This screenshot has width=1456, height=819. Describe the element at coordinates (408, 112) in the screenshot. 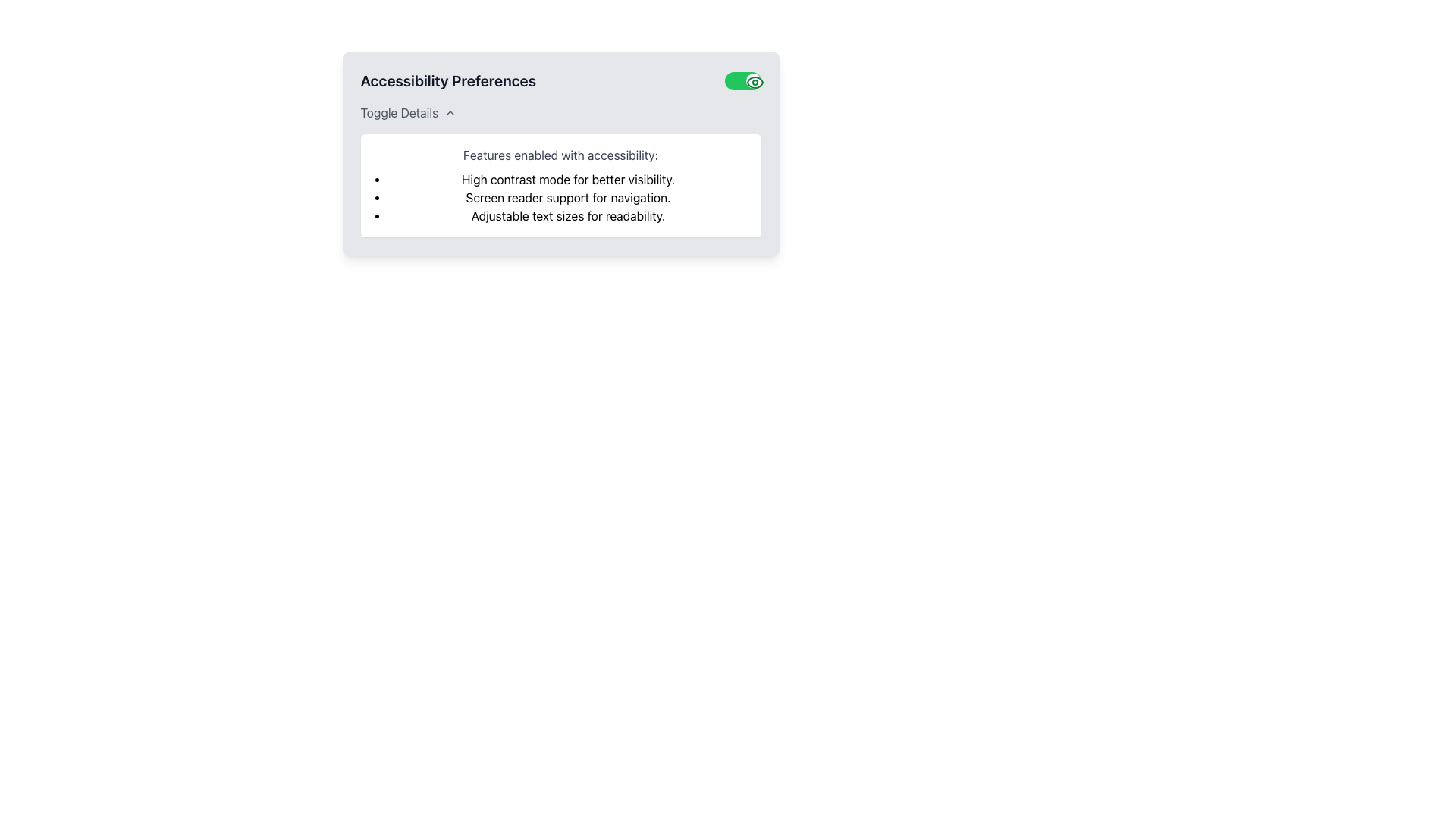

I see `the button with an icon located at the top of the 'Accessibility Preferences' section` at that location.